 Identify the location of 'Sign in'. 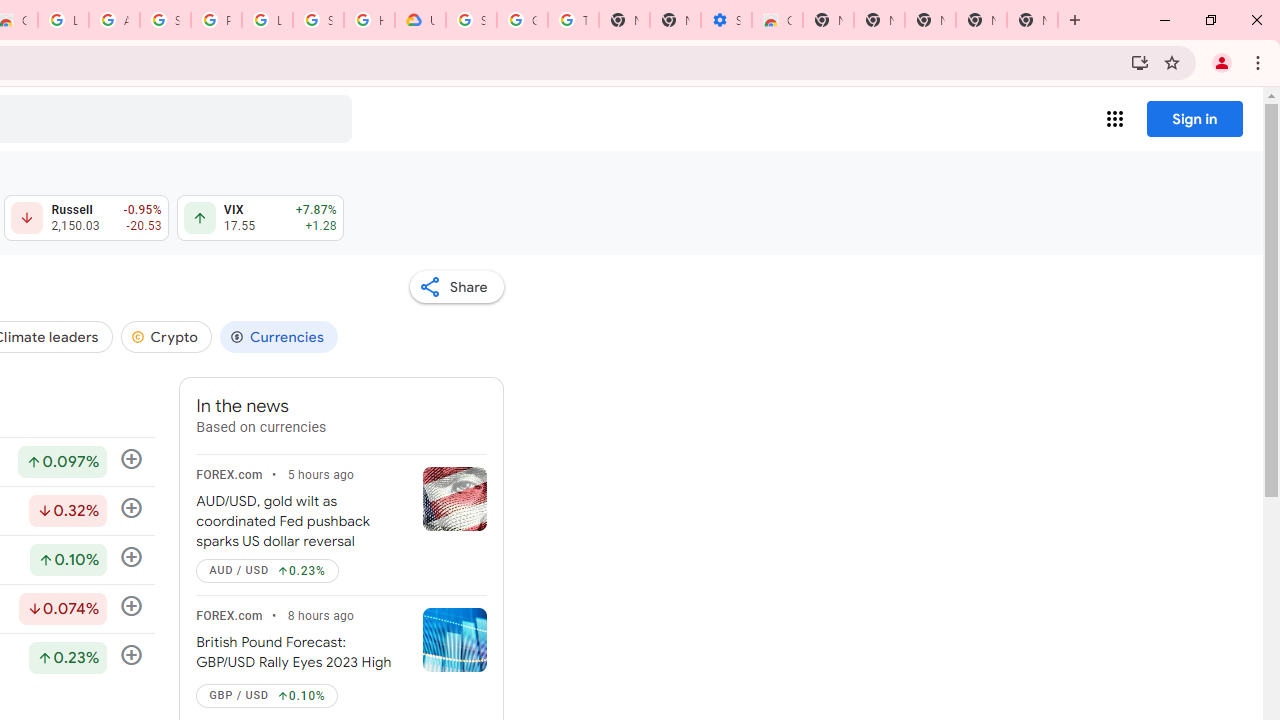
(1194, 118).